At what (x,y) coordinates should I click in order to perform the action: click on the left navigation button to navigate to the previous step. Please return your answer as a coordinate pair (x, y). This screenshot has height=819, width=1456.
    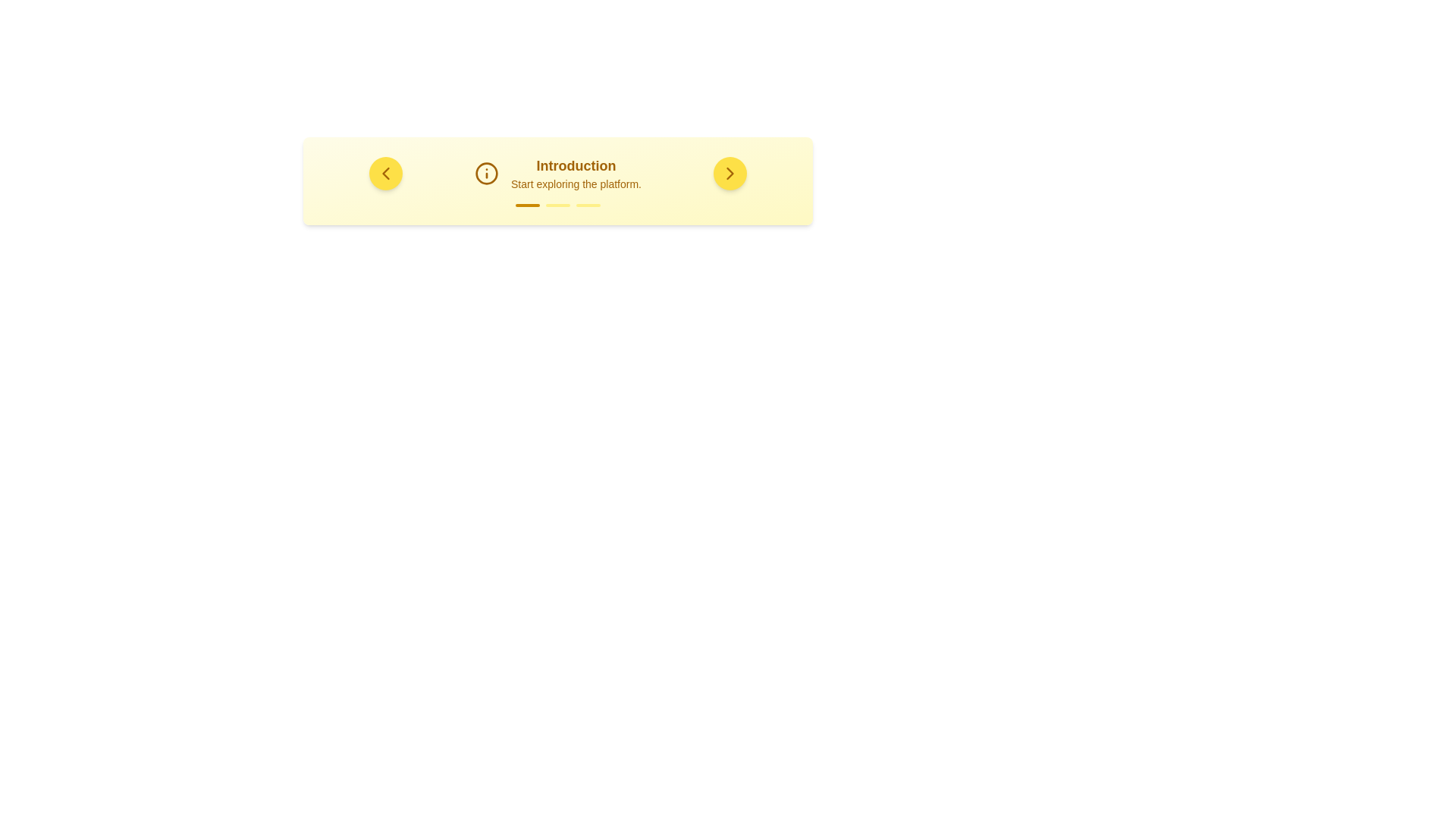
    Looking at the image, I should click on (385, 172).